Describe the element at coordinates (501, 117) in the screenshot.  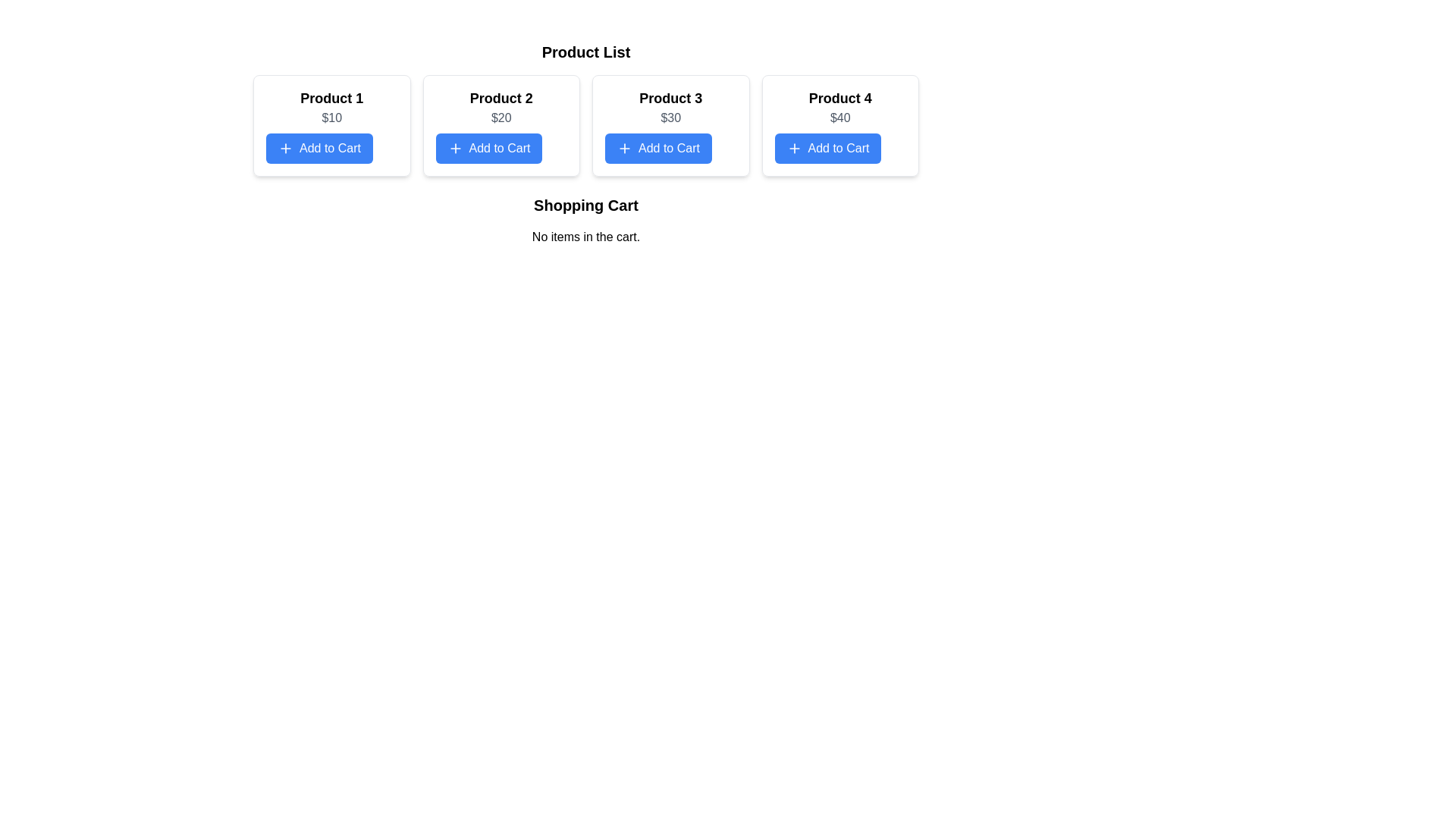
I see `the text label displaying '$20' in gray color, which is positioned under the title 'Product 2' and above the 'Add to Cart' button` at that location.